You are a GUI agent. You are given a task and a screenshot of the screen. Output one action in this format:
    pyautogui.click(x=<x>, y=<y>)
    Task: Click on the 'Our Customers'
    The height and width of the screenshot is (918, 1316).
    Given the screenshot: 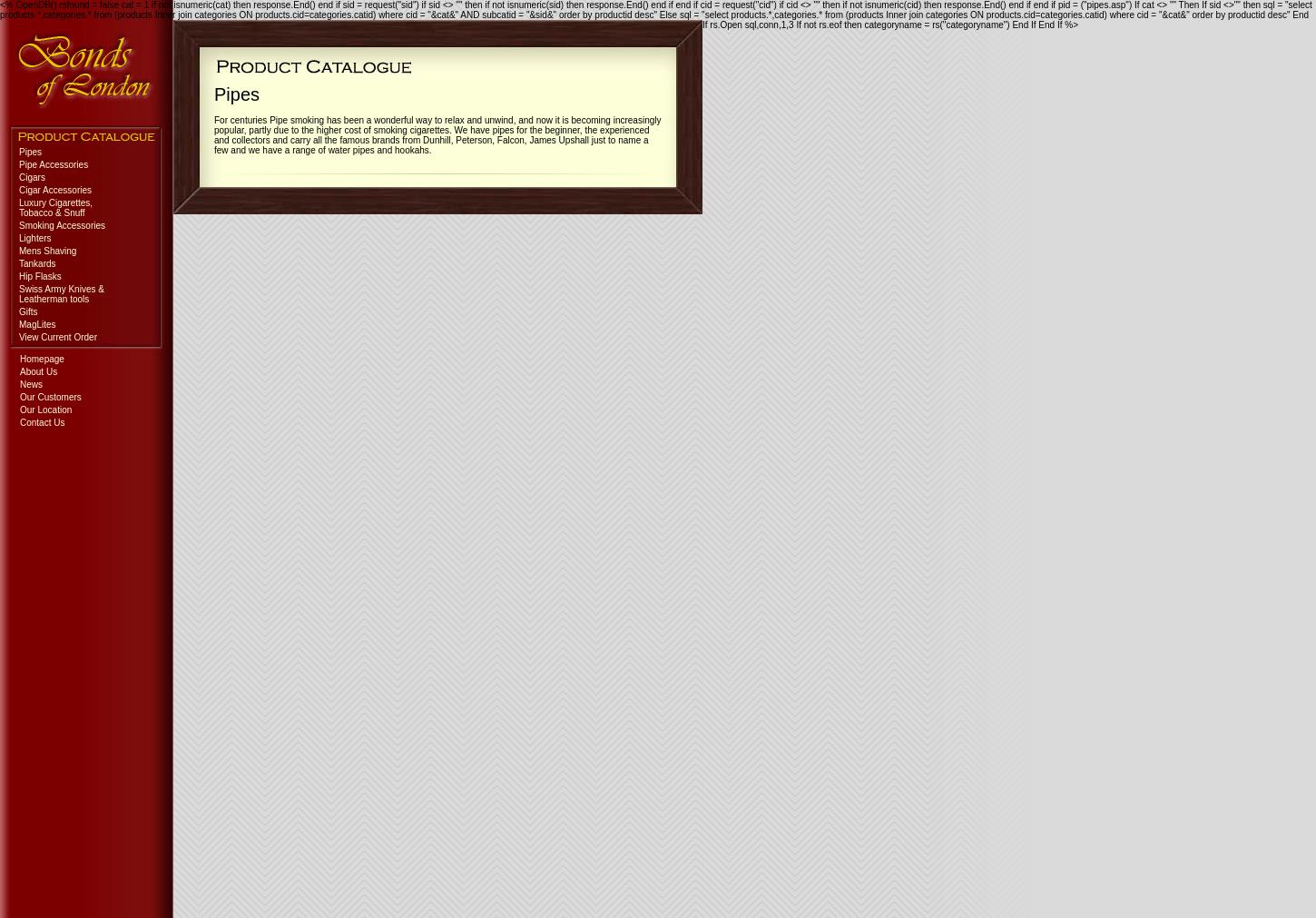 What is the action you would take?
    pyautogui.click(x=50, y=396)
    